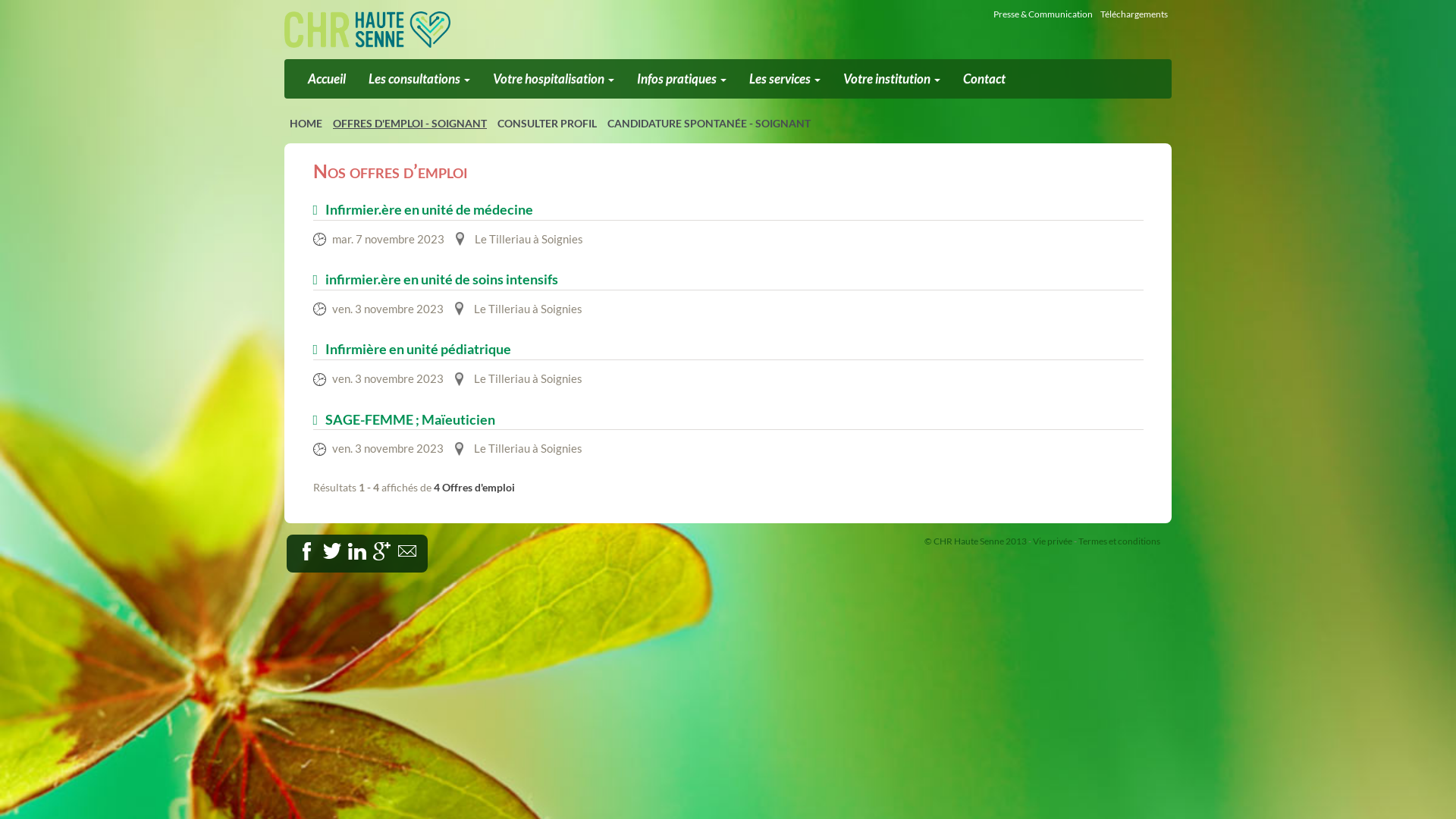 This screenshot has width=1456, height=819. Describe the element at coordinates (409, 122) in the screenshot. I see `'OFFRES D'EMPLOI - SOIGNANT'` at that location.